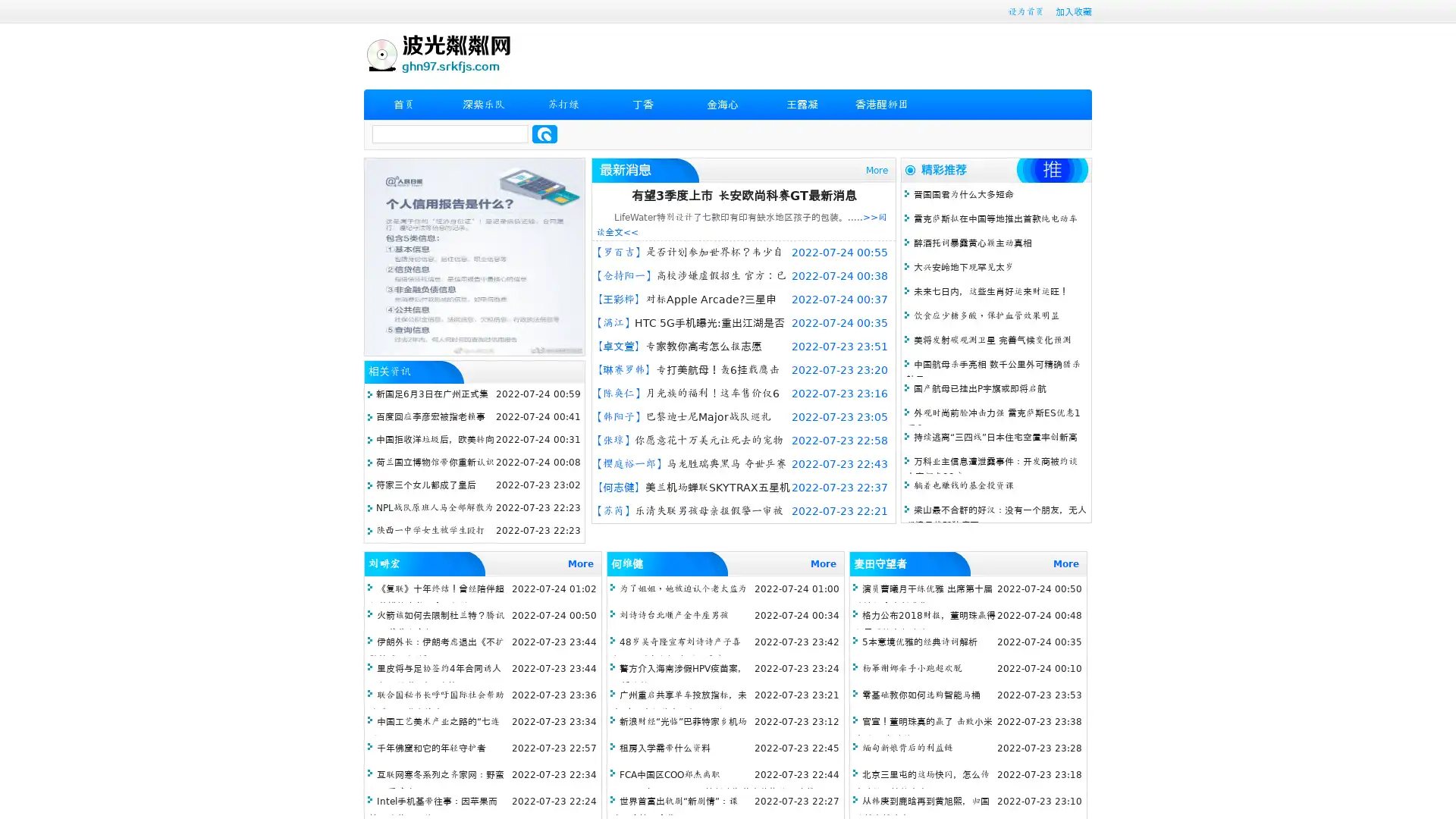 This screenshot has width=1456, height=819. What do you see at coordinates (544, 133) in the screenshot?
I see `Search` at bounding box center [544, 133].